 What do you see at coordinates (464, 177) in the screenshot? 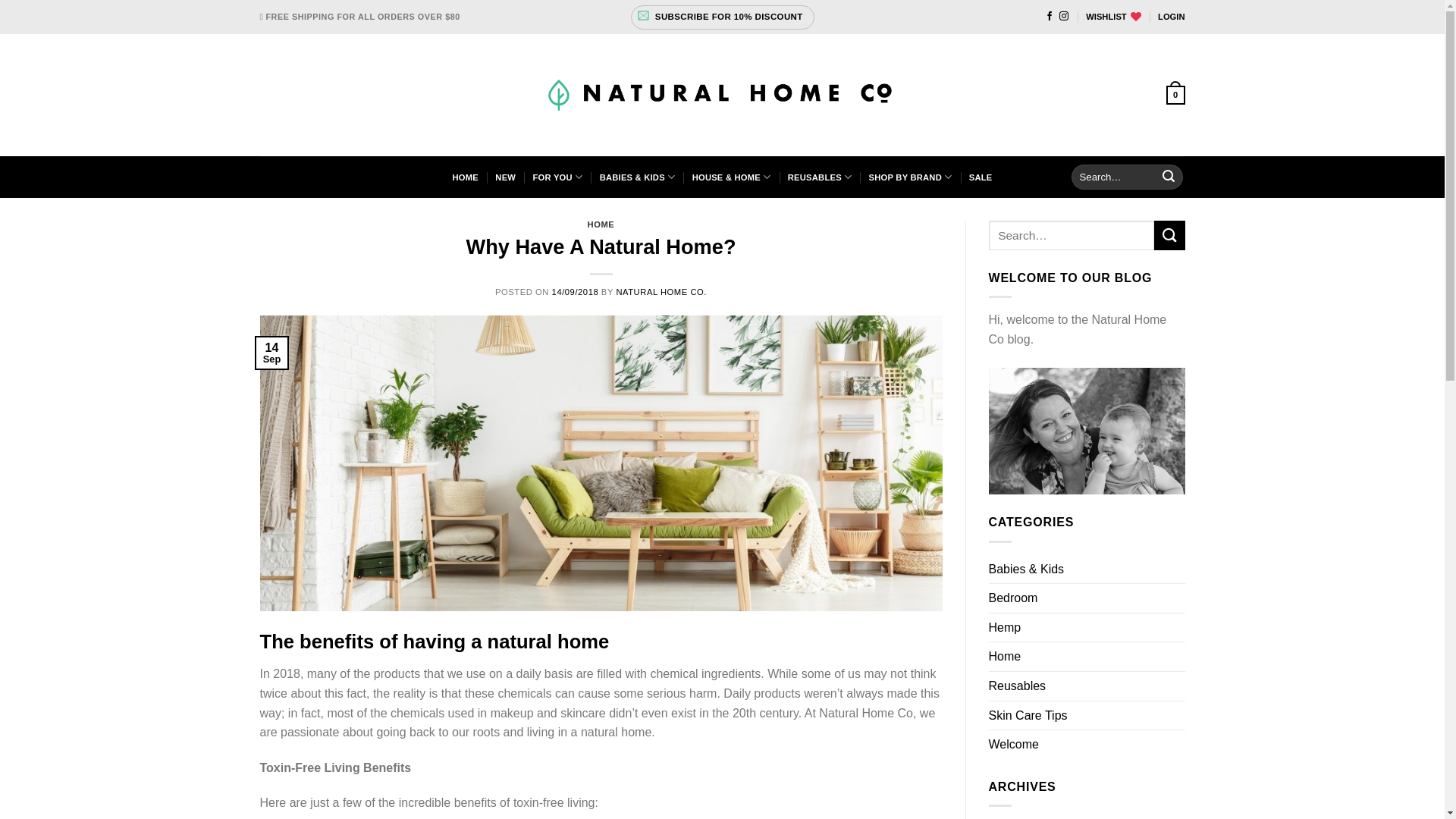
I see `'HOME'` at bounding box center [464, 177].